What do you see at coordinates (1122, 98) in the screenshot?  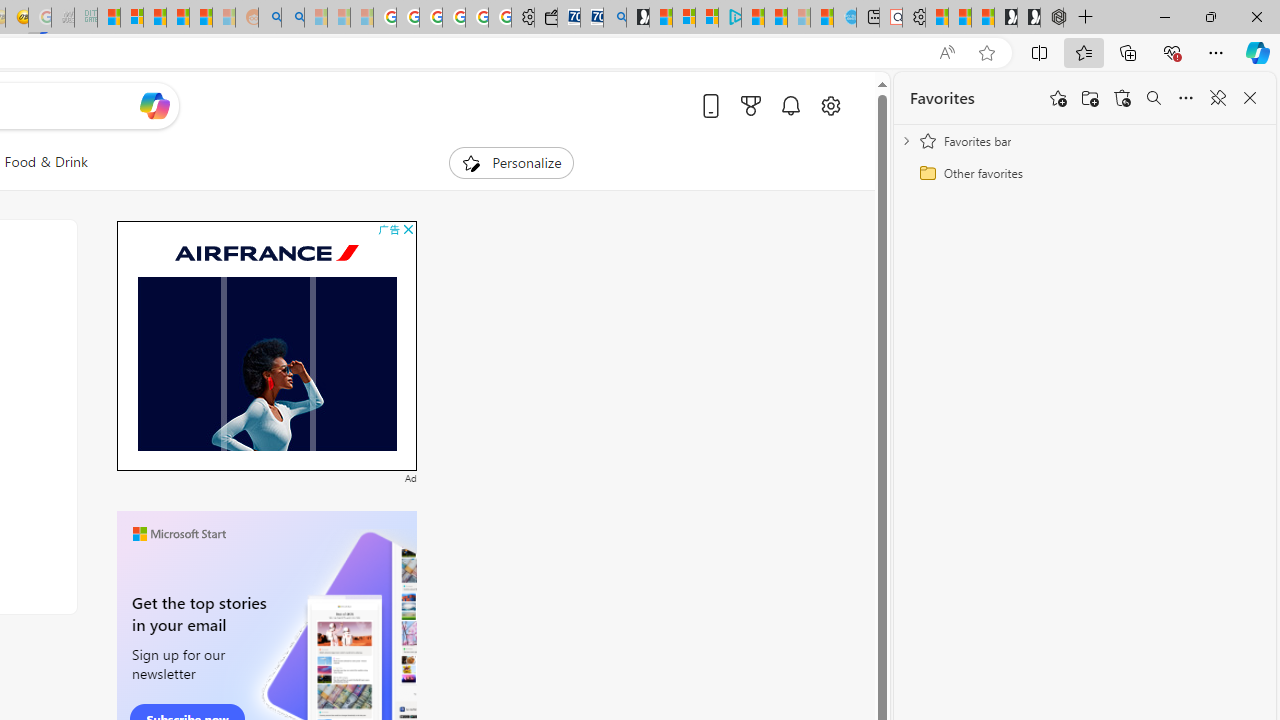 I see `'Restore deleted favorites'` at bounding box center [1122, 98].